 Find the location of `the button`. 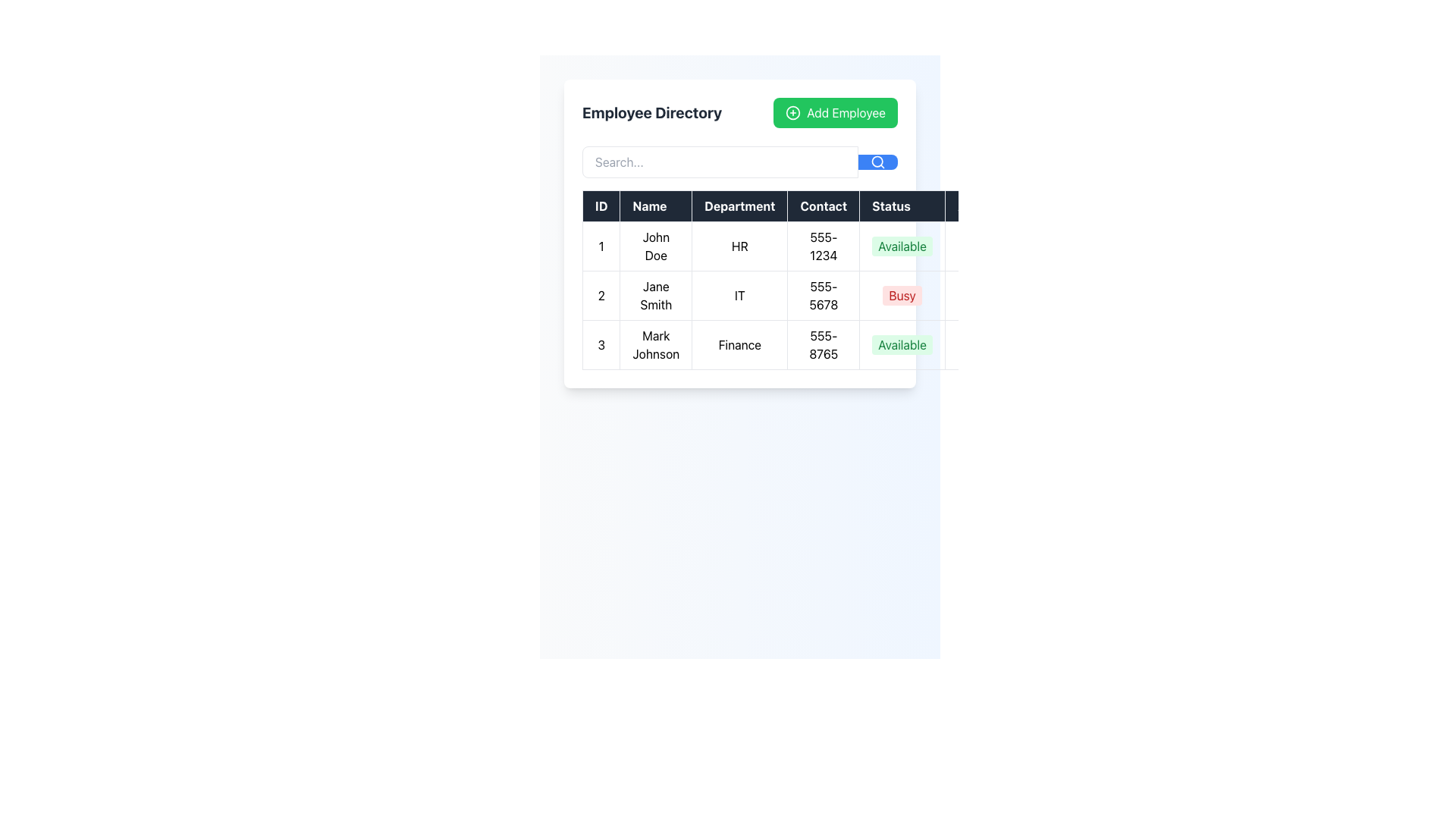

the button is located at coordinates (835, 112).